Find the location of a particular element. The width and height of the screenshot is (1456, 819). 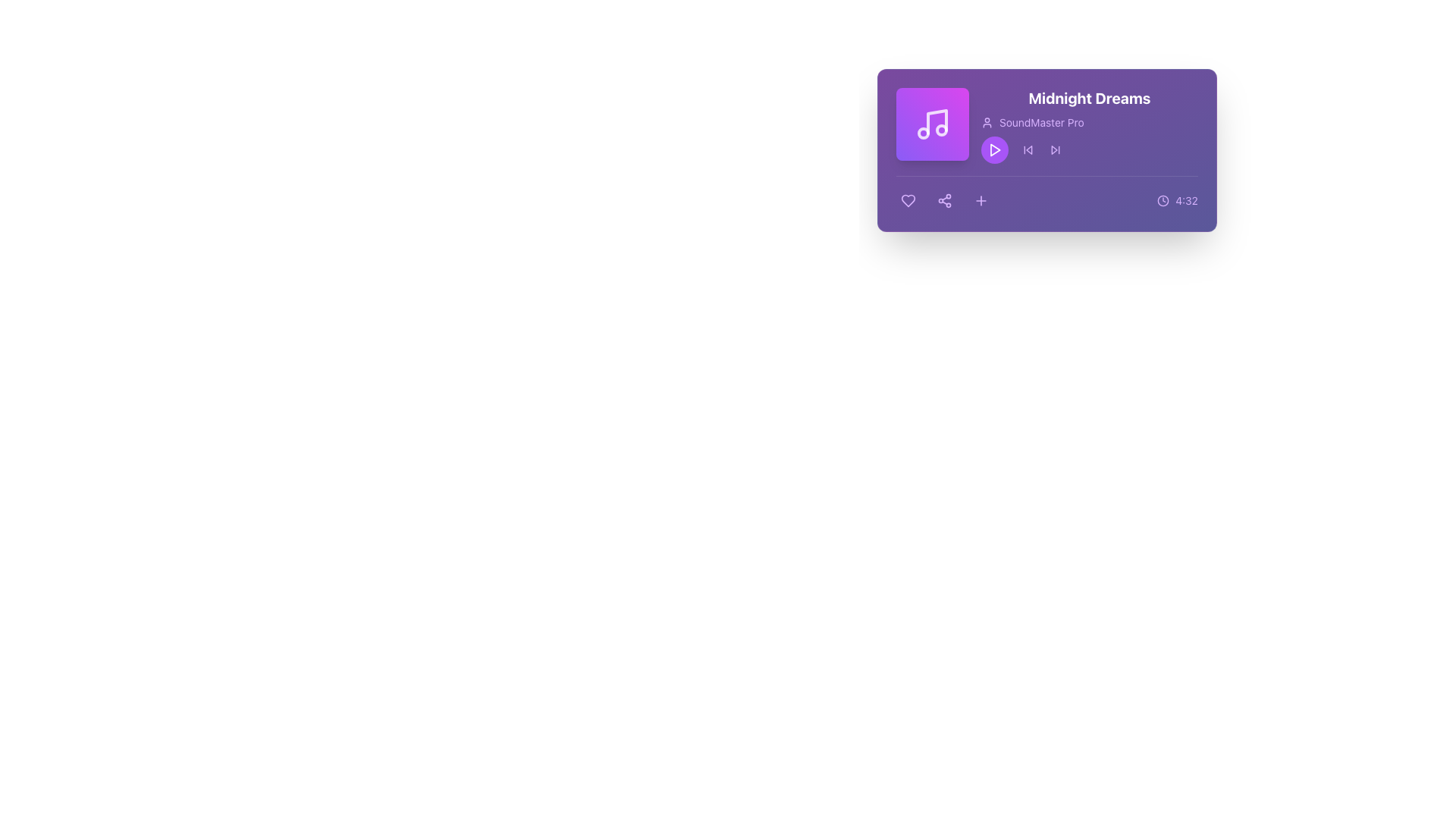

the small circular SVG element with a radius of '3', located in the upper right area of the musical note icon within the music player card, next to the text 'Midnight Dreams' is located at coordinates (941, 130).